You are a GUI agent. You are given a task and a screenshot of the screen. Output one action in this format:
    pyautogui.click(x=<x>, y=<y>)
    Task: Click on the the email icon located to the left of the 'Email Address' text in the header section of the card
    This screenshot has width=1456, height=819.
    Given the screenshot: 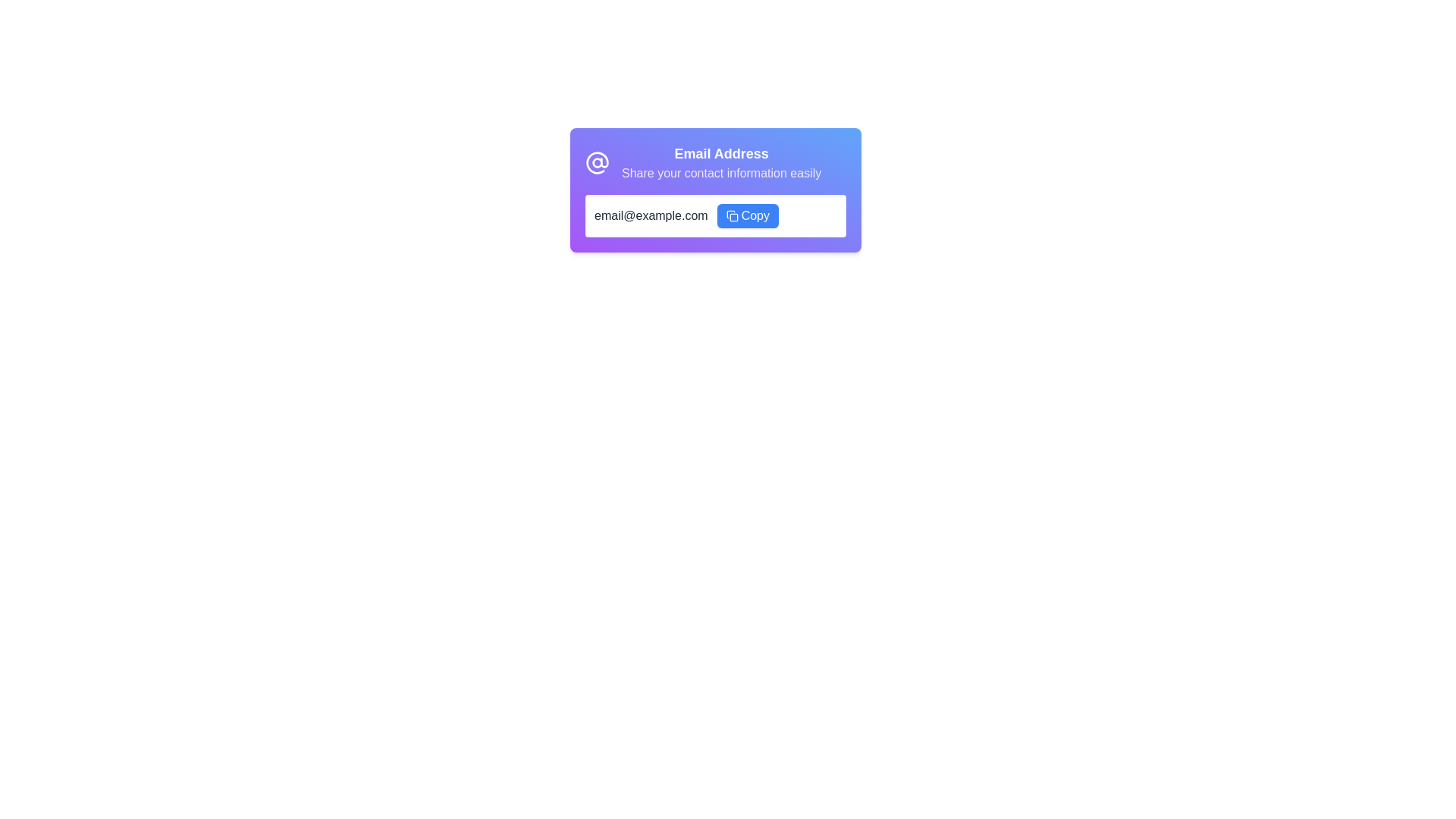 What is the action you would take?
    pyautogui.click(x=596, y=163)
    